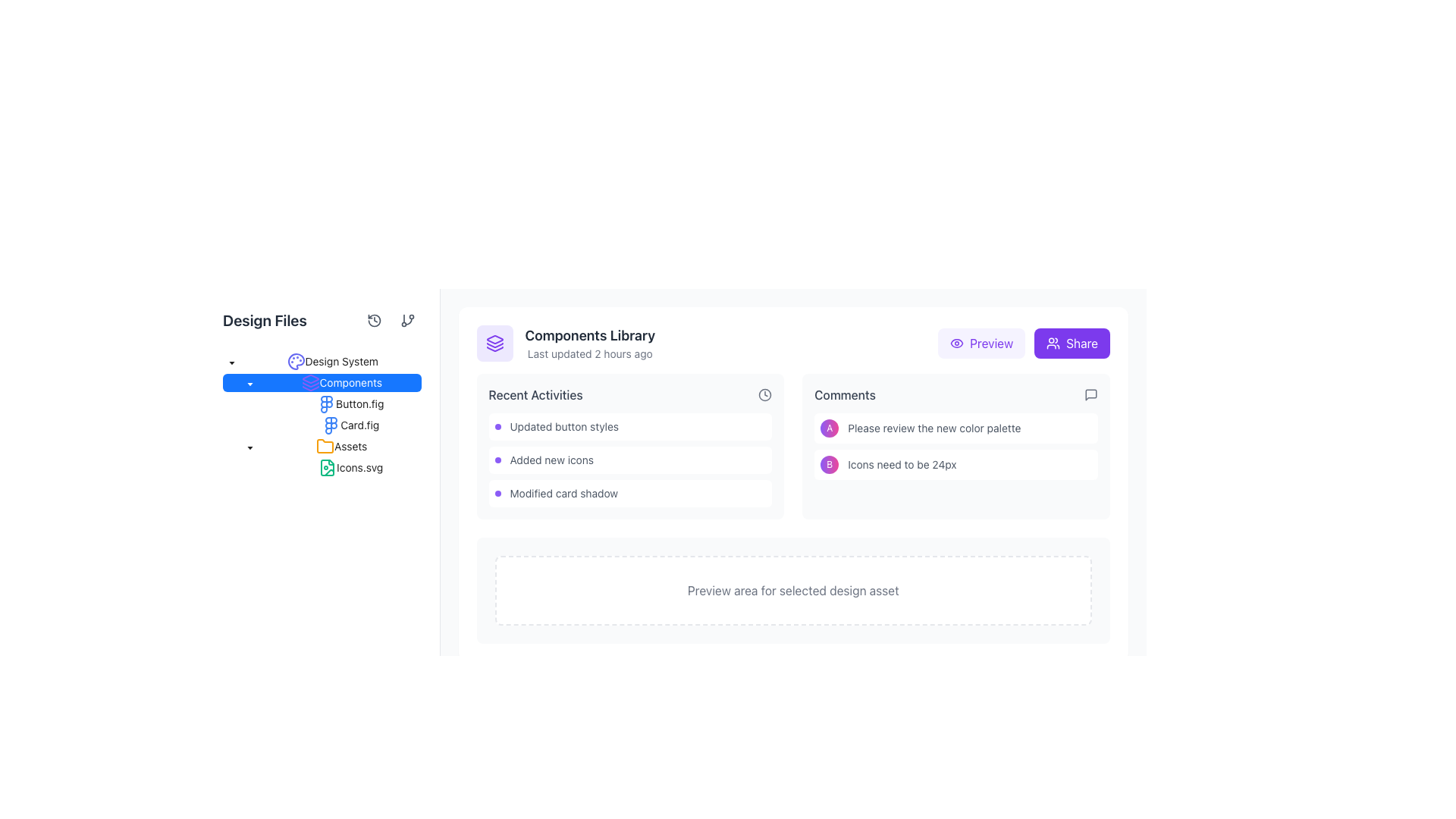 The height and width of the screenshot is (819, 1456). Describe the element at coordinates (589, 343) in the screenshot. I see `the textual label that serves as a descriptive title and timestamp for the library or collection, located towards the upper-center of the interface, above Recent Activities and Comments` at that location.